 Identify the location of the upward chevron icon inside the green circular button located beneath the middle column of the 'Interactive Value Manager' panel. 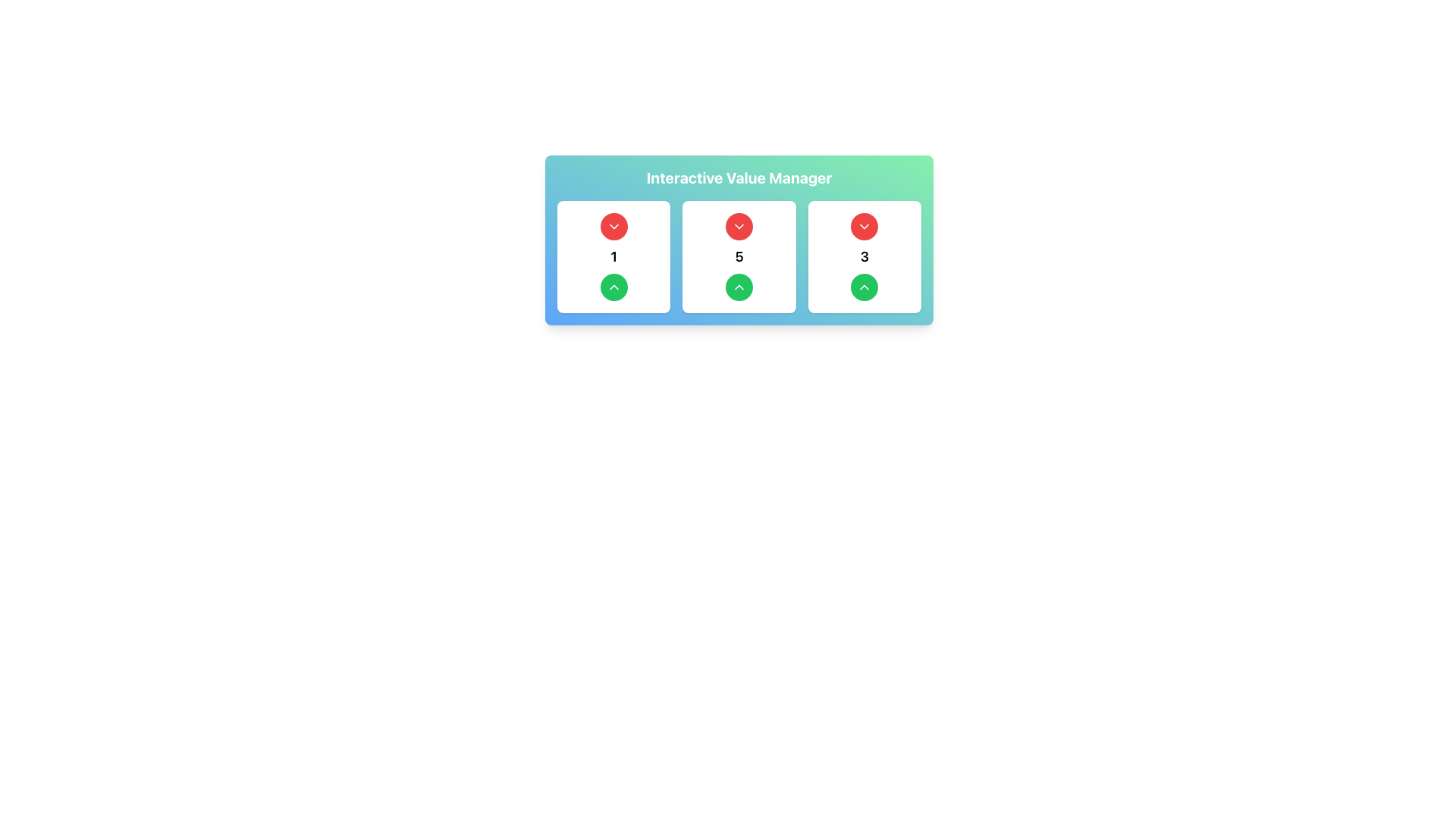
(739, 287).